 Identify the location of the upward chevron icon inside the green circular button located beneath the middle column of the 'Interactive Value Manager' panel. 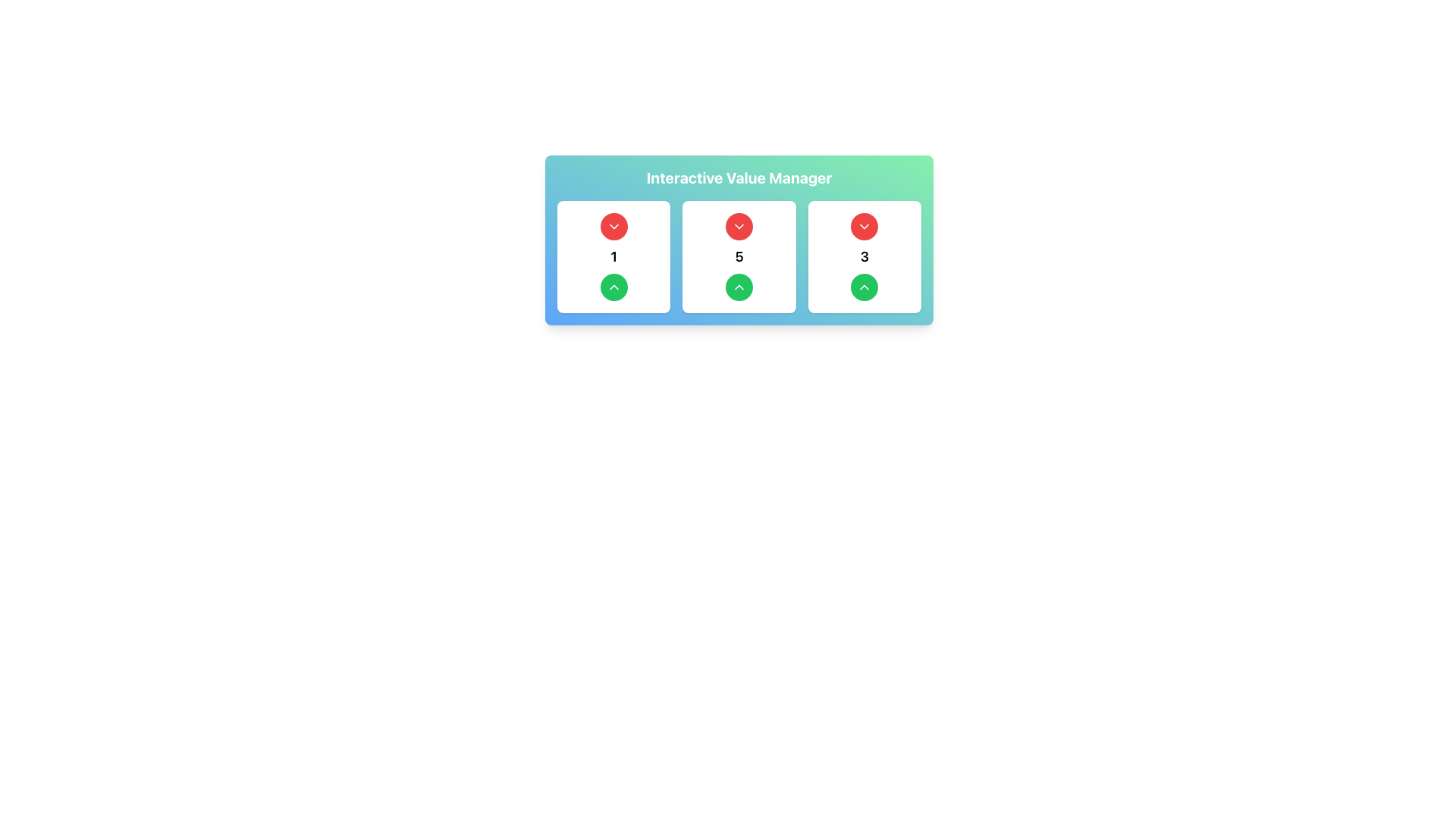
(739, 287).